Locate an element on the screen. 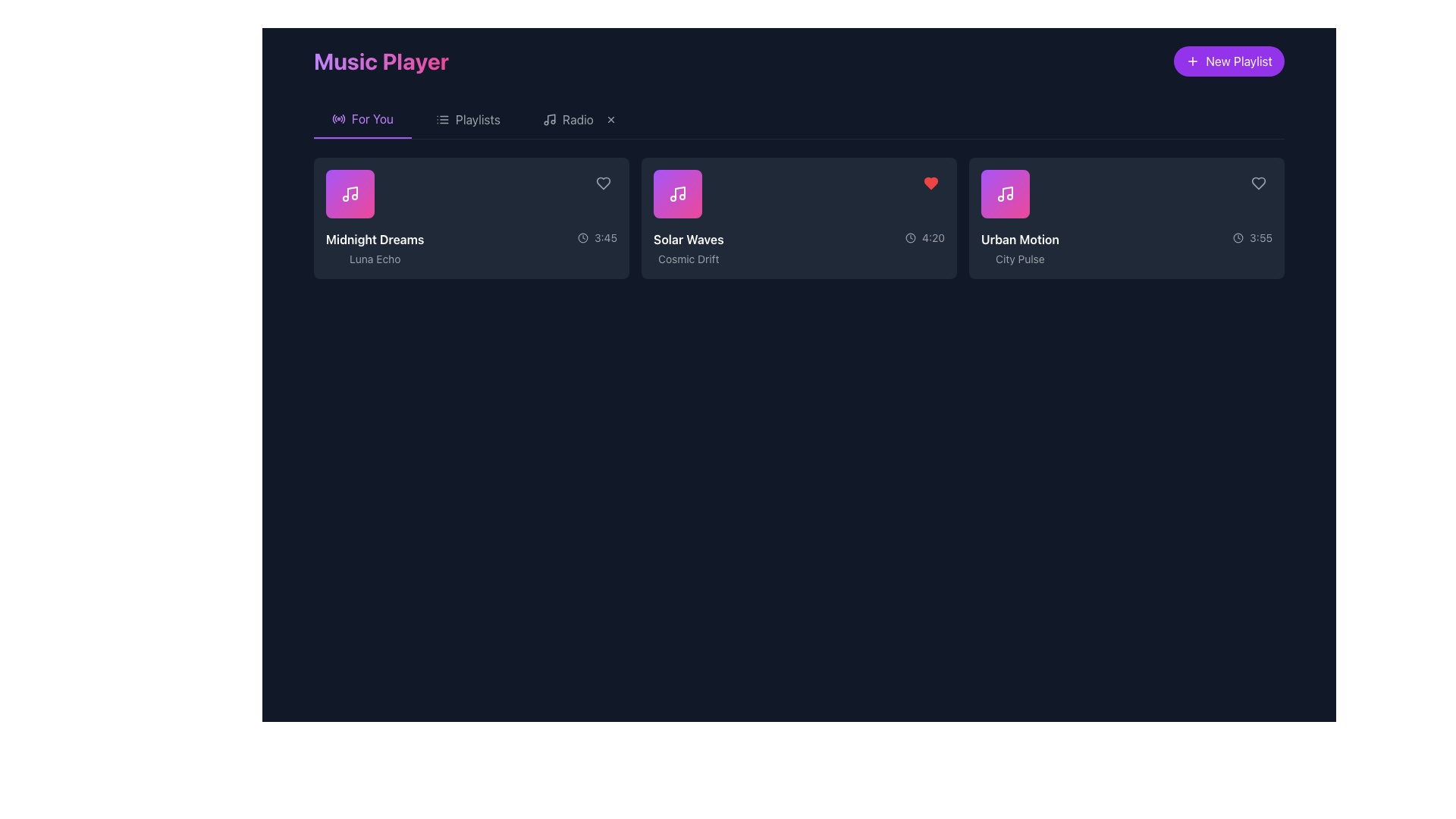 Image resolution: width=1456 pixels, height=819 pixels. the small circular clock icon located next to the '4:20' time label in the 'Solar Waves' music card is located at coordinates (910, 237).